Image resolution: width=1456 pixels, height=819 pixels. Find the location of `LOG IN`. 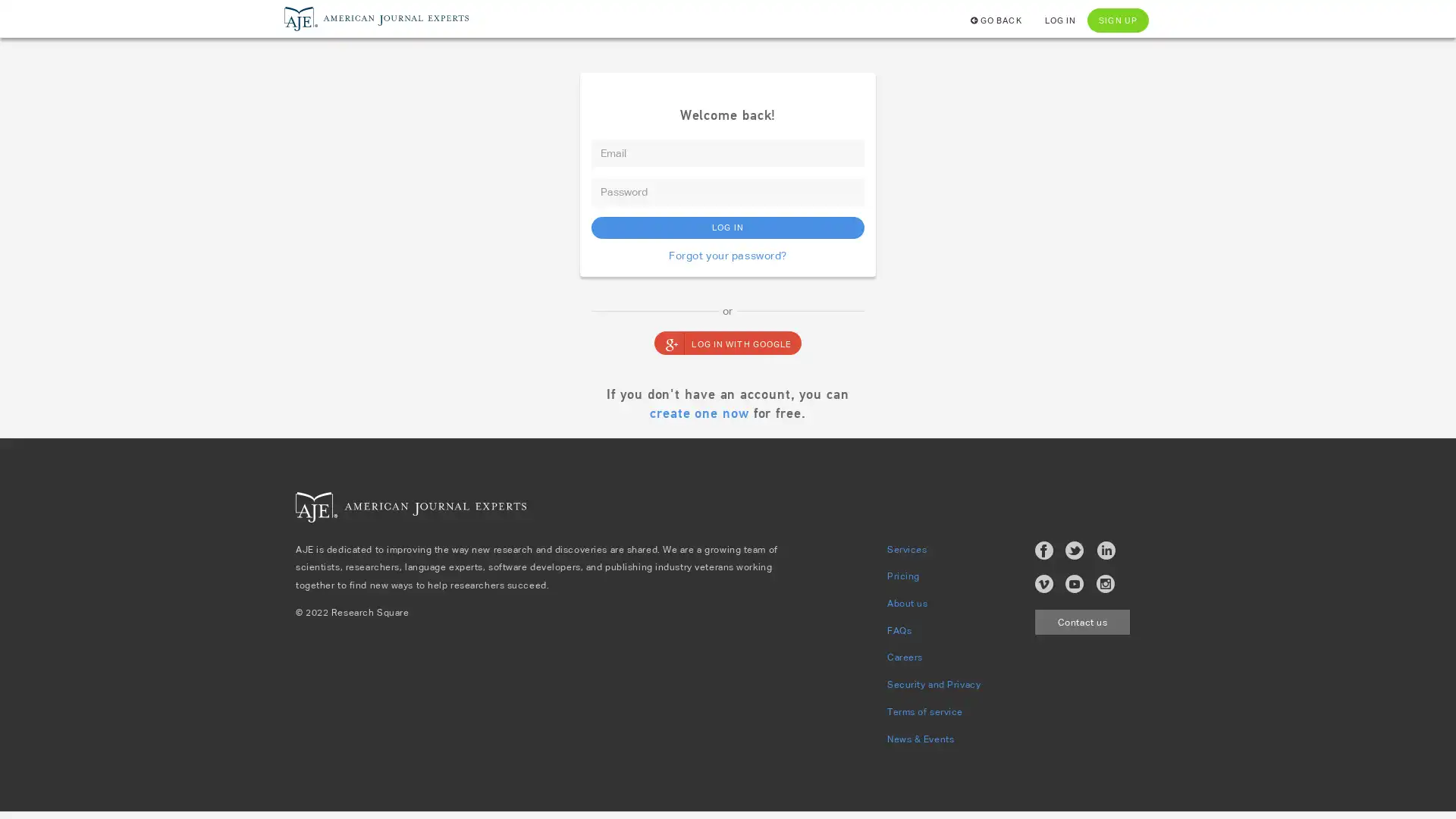

LOG IN is located at coordinates (728, 227).